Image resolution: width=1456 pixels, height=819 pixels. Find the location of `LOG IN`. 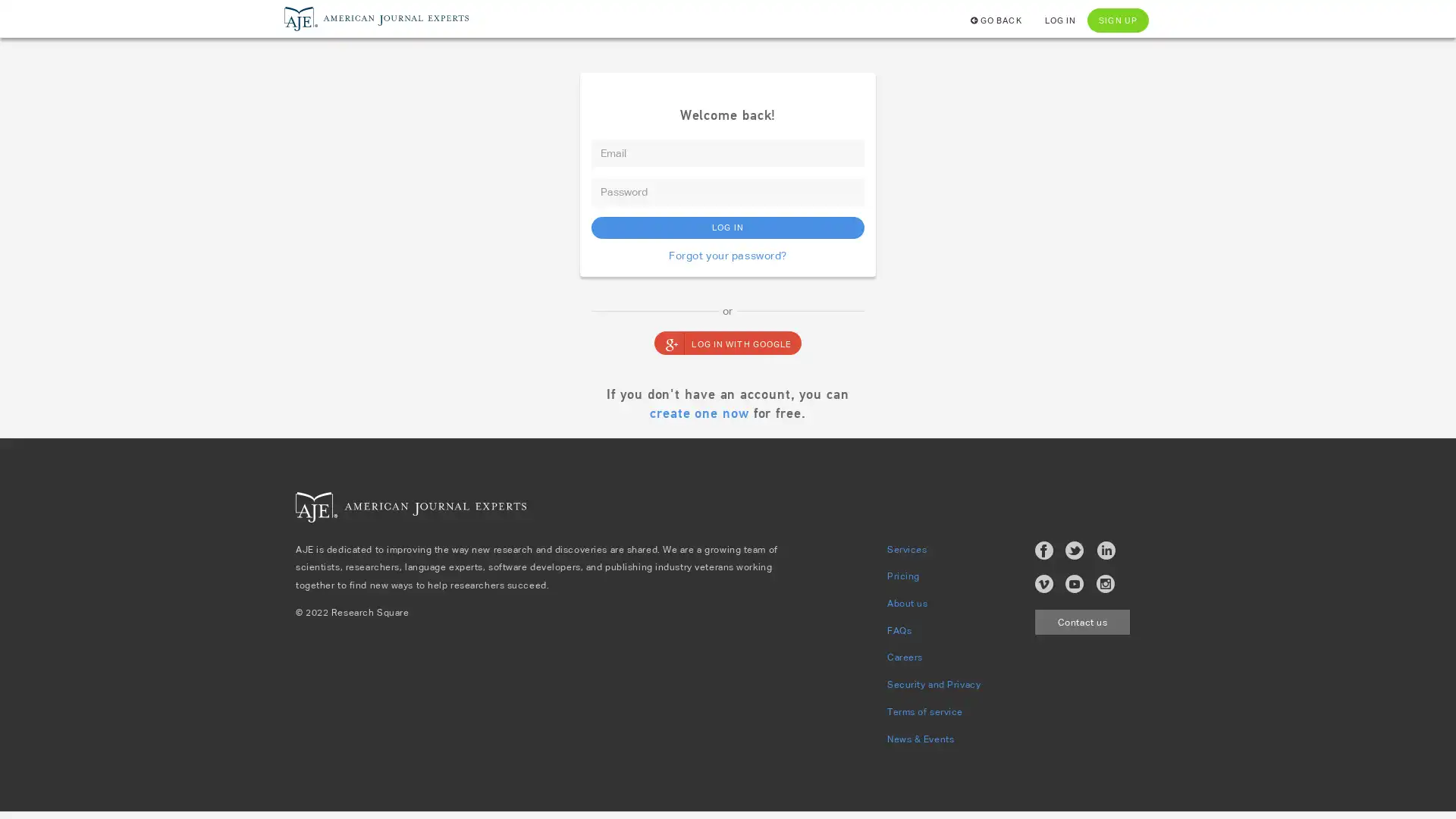

LOG IN is located at coordinates (728, 227).